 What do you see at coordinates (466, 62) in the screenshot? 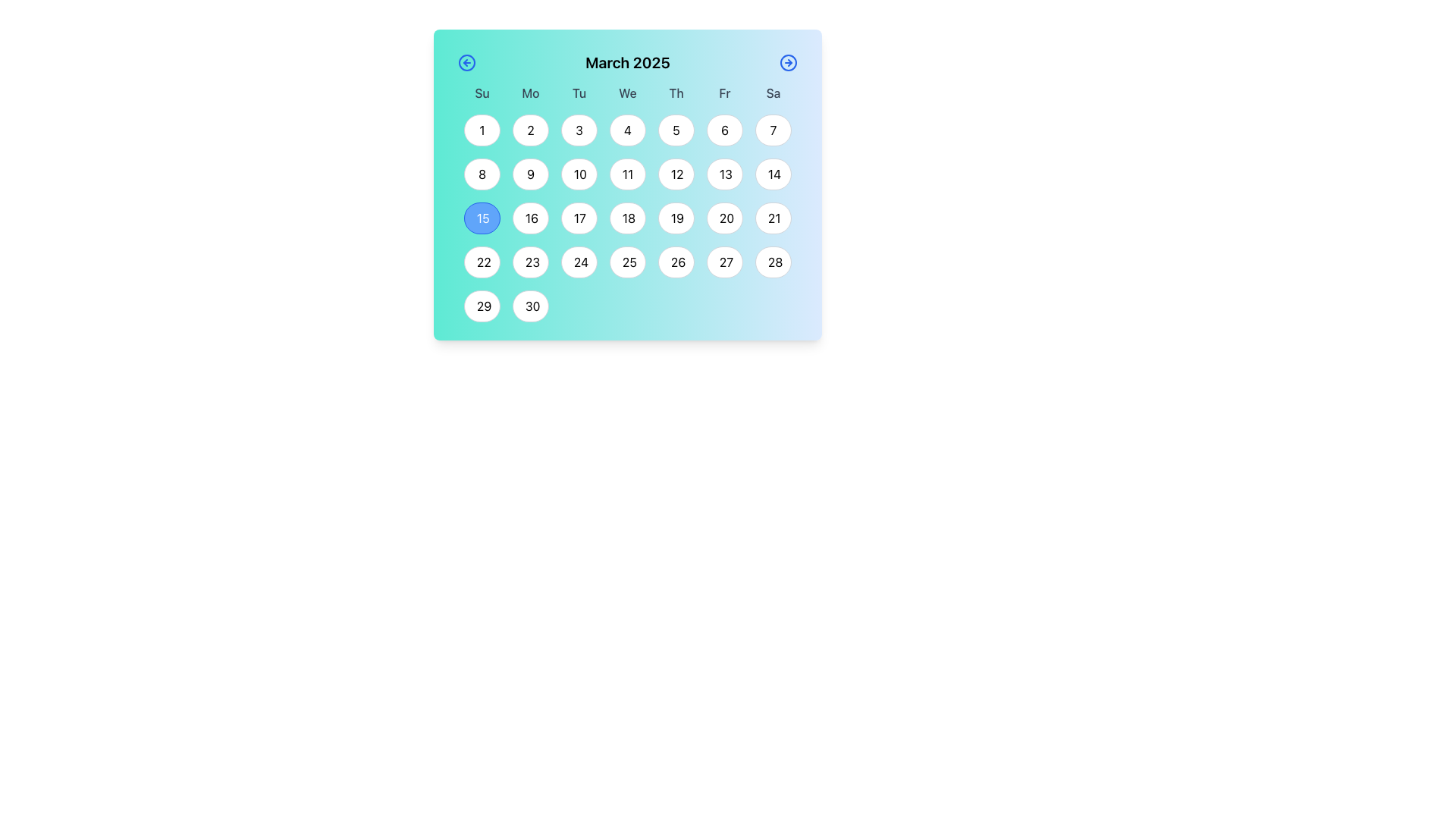
I see `the circular arrow button with a blue outline and a left-facing arrow at its center` at bounding box center [466, 62].